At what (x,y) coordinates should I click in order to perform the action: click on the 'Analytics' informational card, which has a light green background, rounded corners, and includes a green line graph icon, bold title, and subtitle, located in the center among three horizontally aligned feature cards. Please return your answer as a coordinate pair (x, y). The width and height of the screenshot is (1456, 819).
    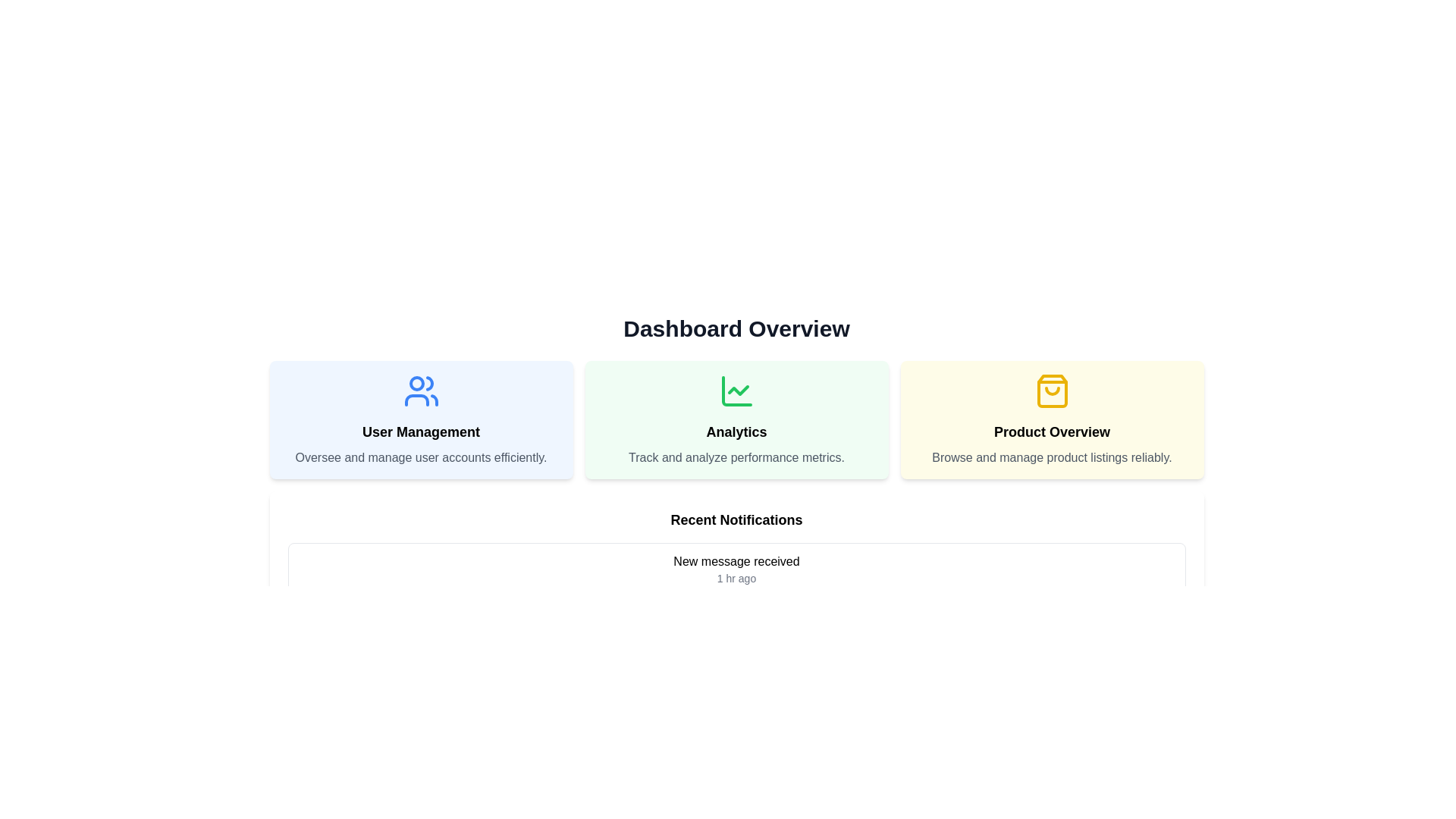
    Looking at the image, I should click on (736, 420).